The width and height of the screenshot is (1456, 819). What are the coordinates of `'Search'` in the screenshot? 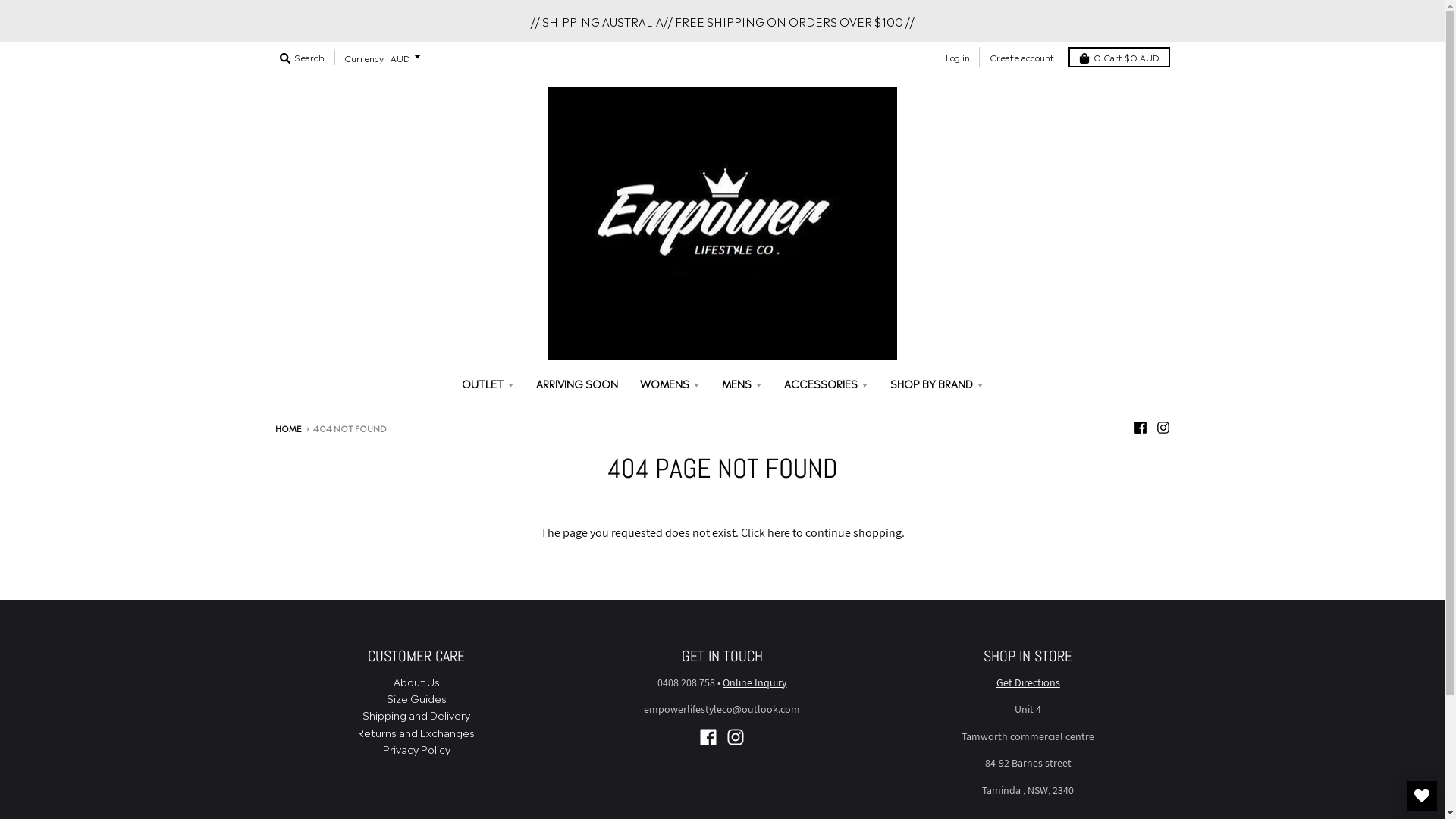 It's located at (301, 56).